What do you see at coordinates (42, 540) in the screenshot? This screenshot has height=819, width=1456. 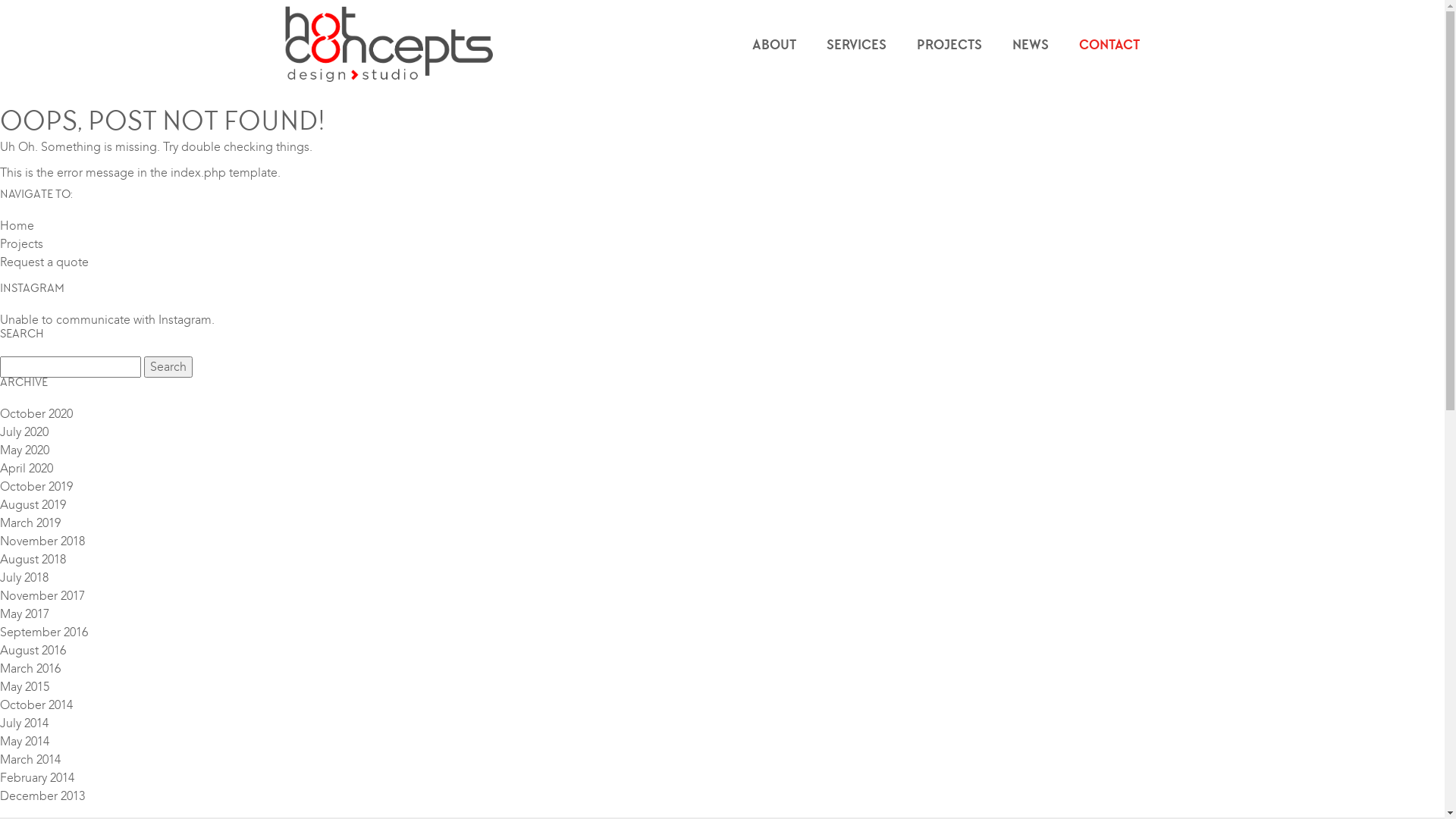 I see `'November 2018'` at bounding box center [42, 540].